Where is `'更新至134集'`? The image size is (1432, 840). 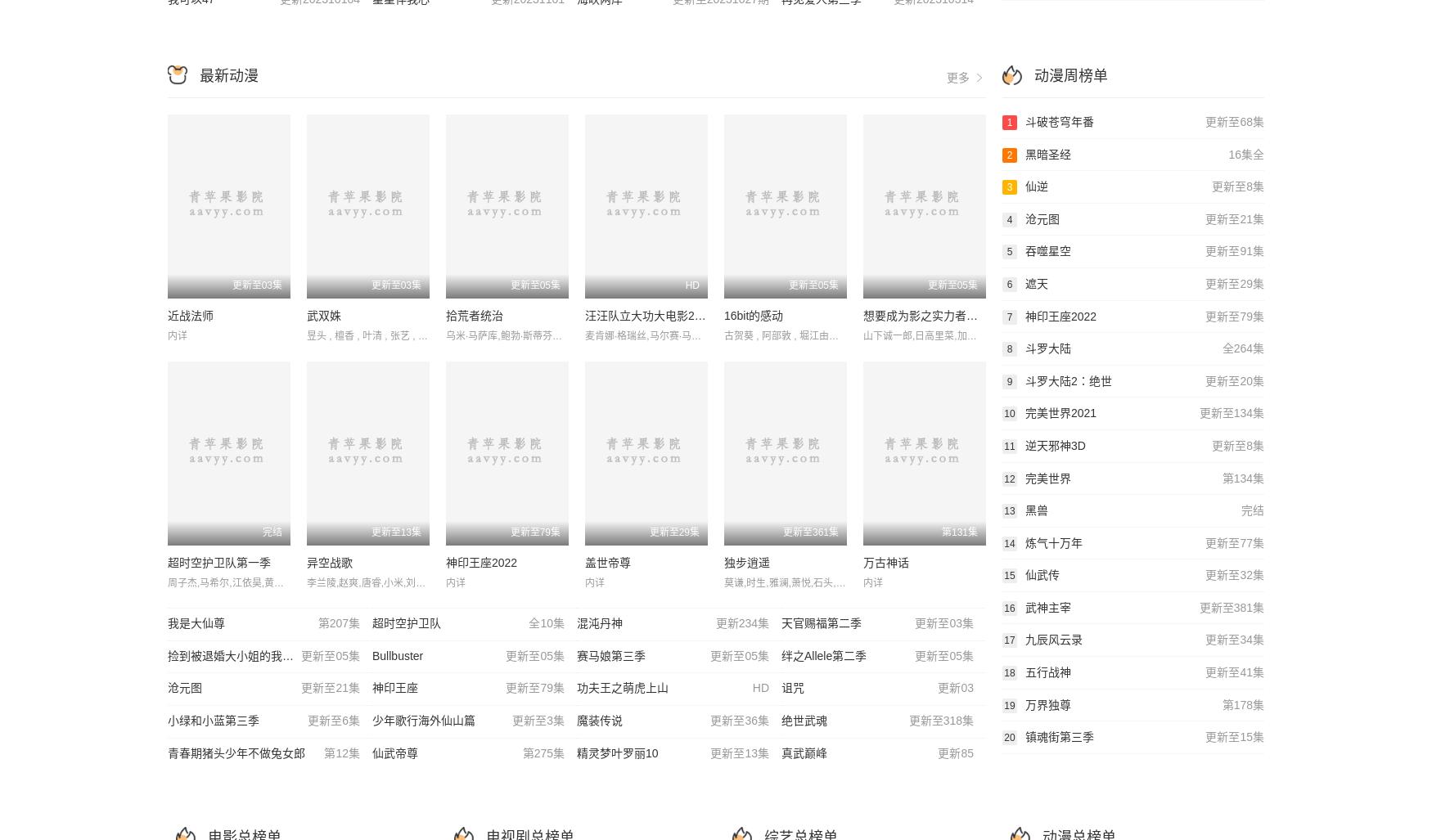
'更新至134集' is located at coordinates (1198, 412).